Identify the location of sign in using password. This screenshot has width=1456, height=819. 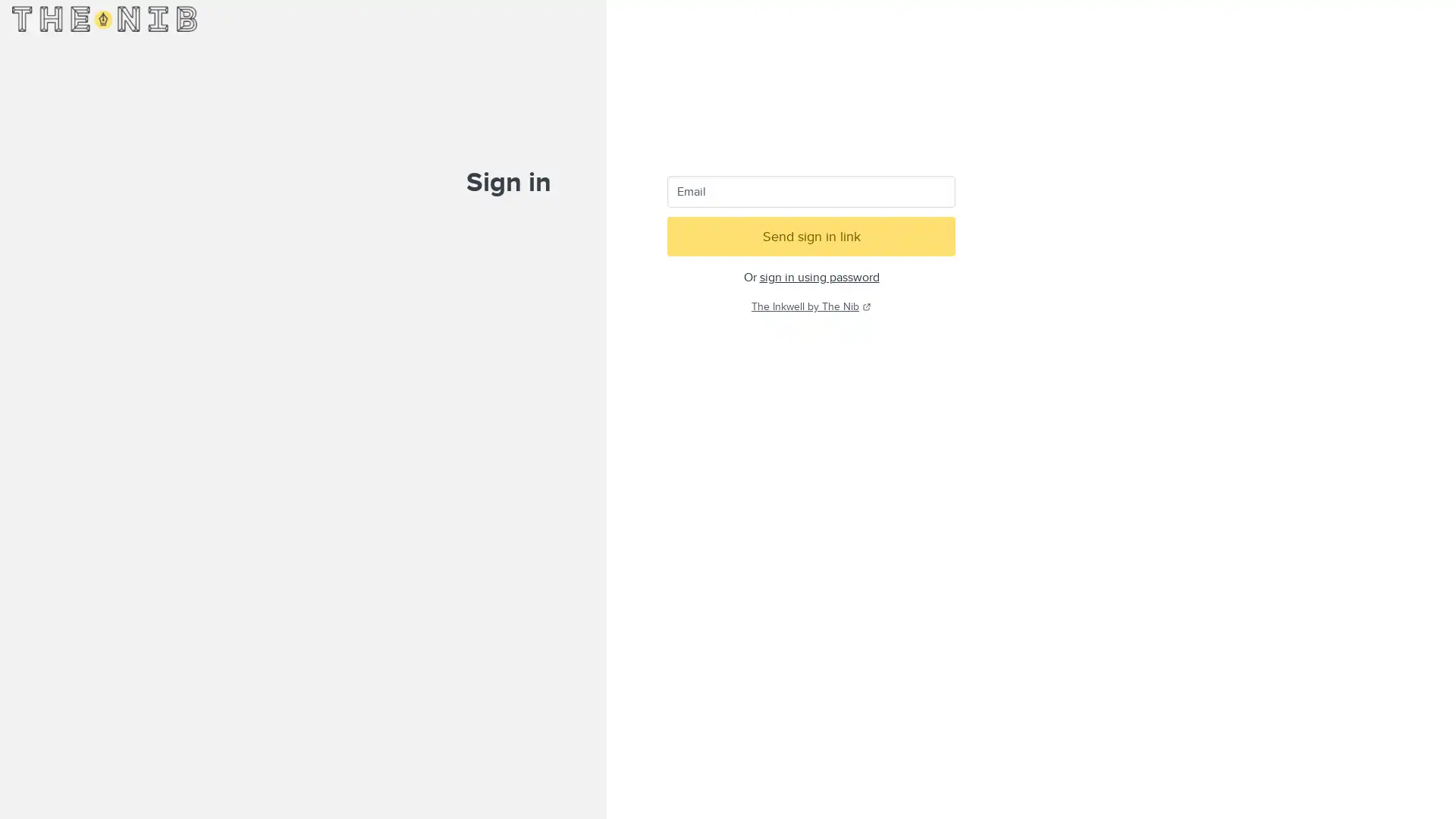
(818, 278).